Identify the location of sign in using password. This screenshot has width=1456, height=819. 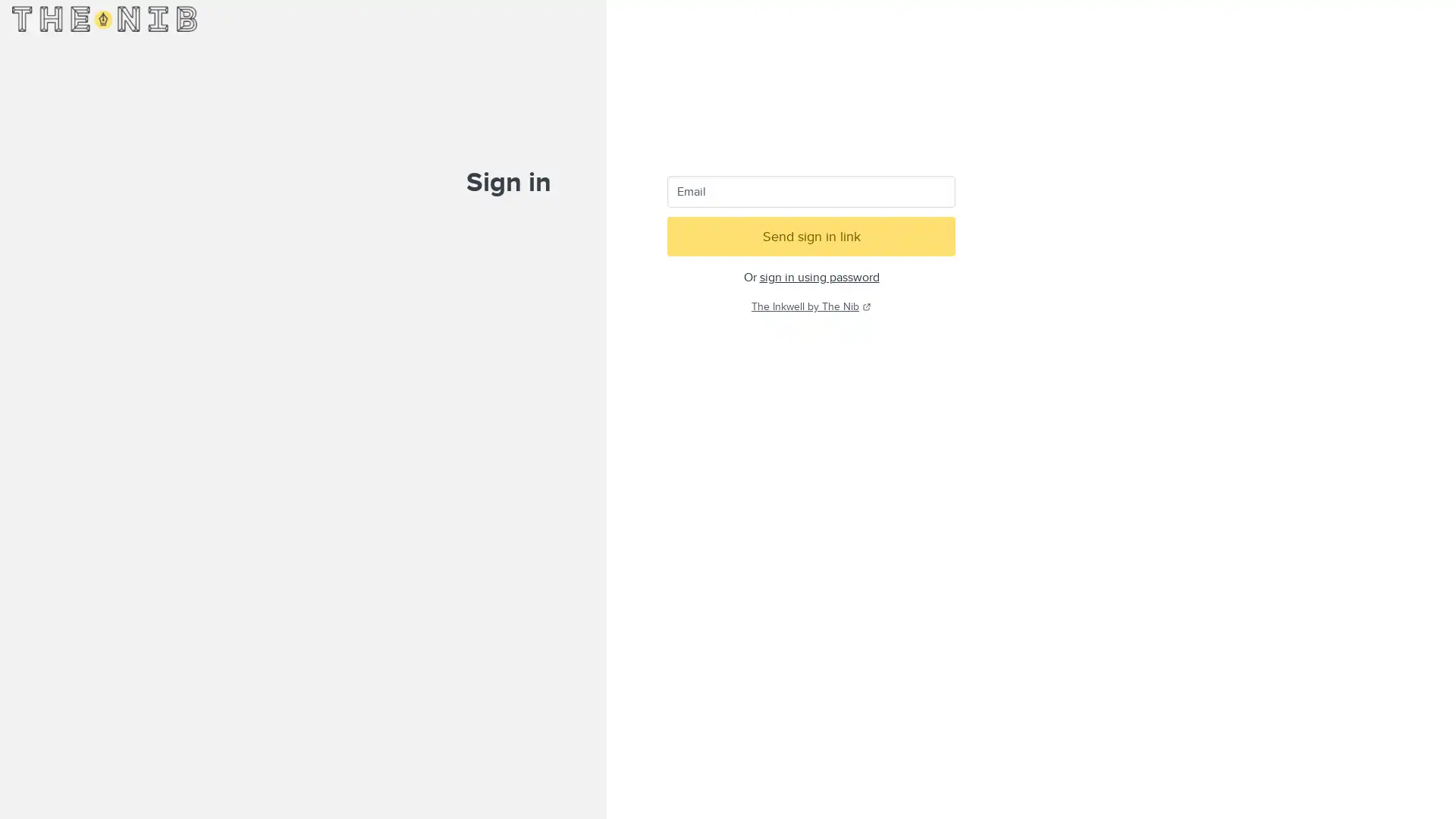
(818, 278).